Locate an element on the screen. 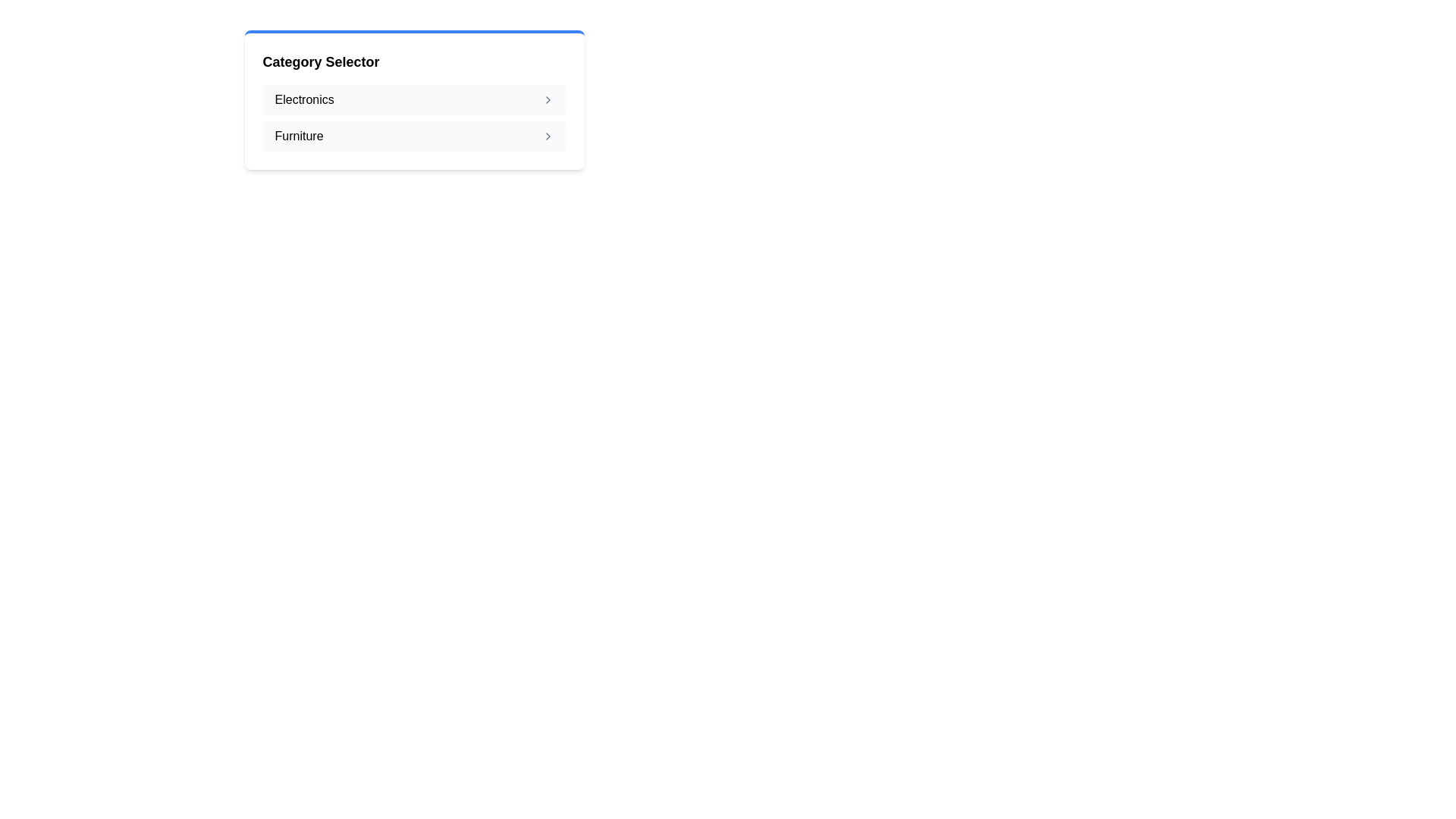 The height and width of the screenshot is (819, 1456). the chevron icon located at the right end of the 'Electronics' row in the modal for accessibility purposes is located at coordinates (547, 99).